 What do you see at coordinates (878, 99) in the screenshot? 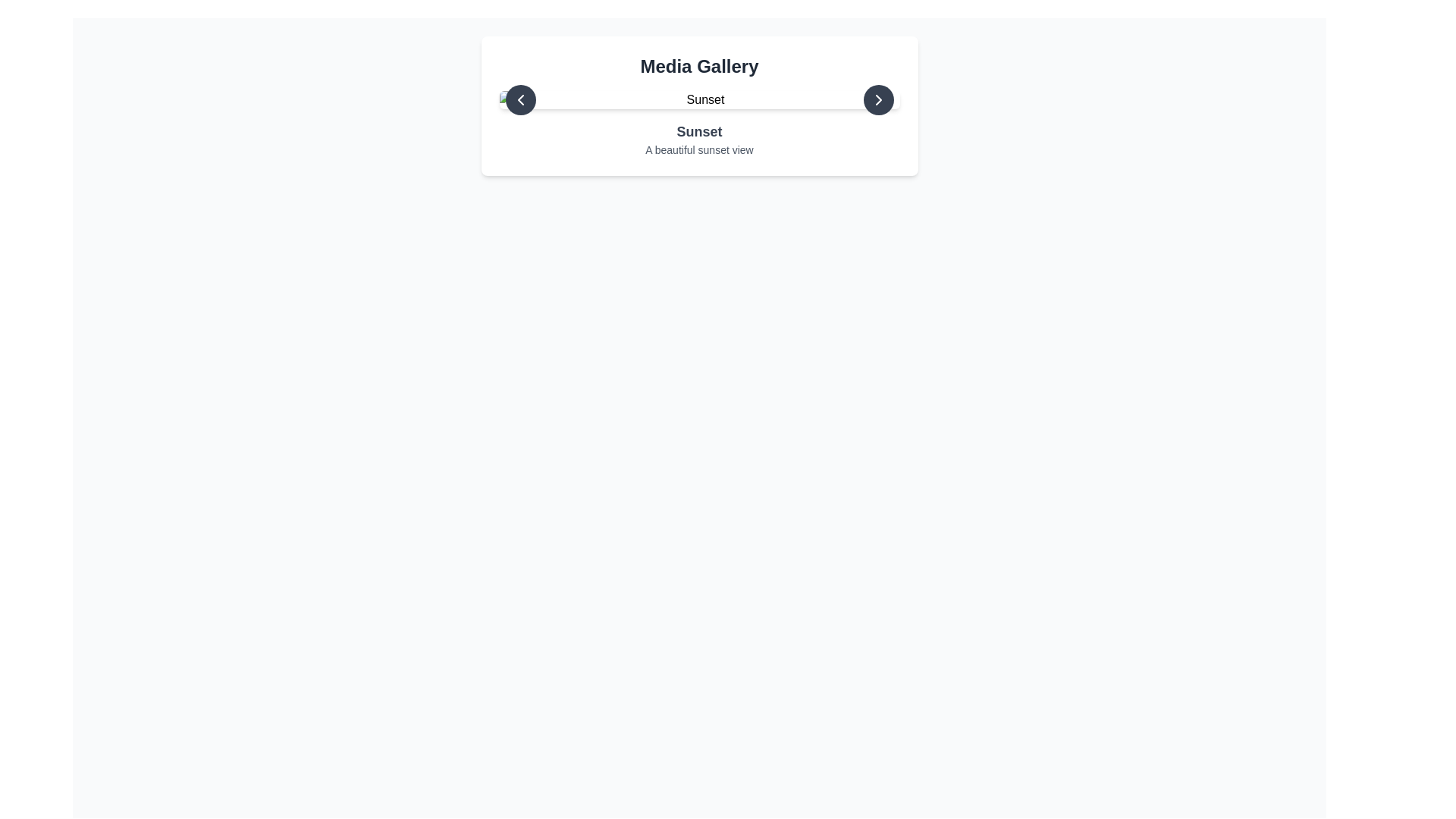
I see `the right chevron icon used for navigation in the Media Gallery, positioned in the top-right section of the main content box, via keyboard navigation` at bounding box center [878, 99].